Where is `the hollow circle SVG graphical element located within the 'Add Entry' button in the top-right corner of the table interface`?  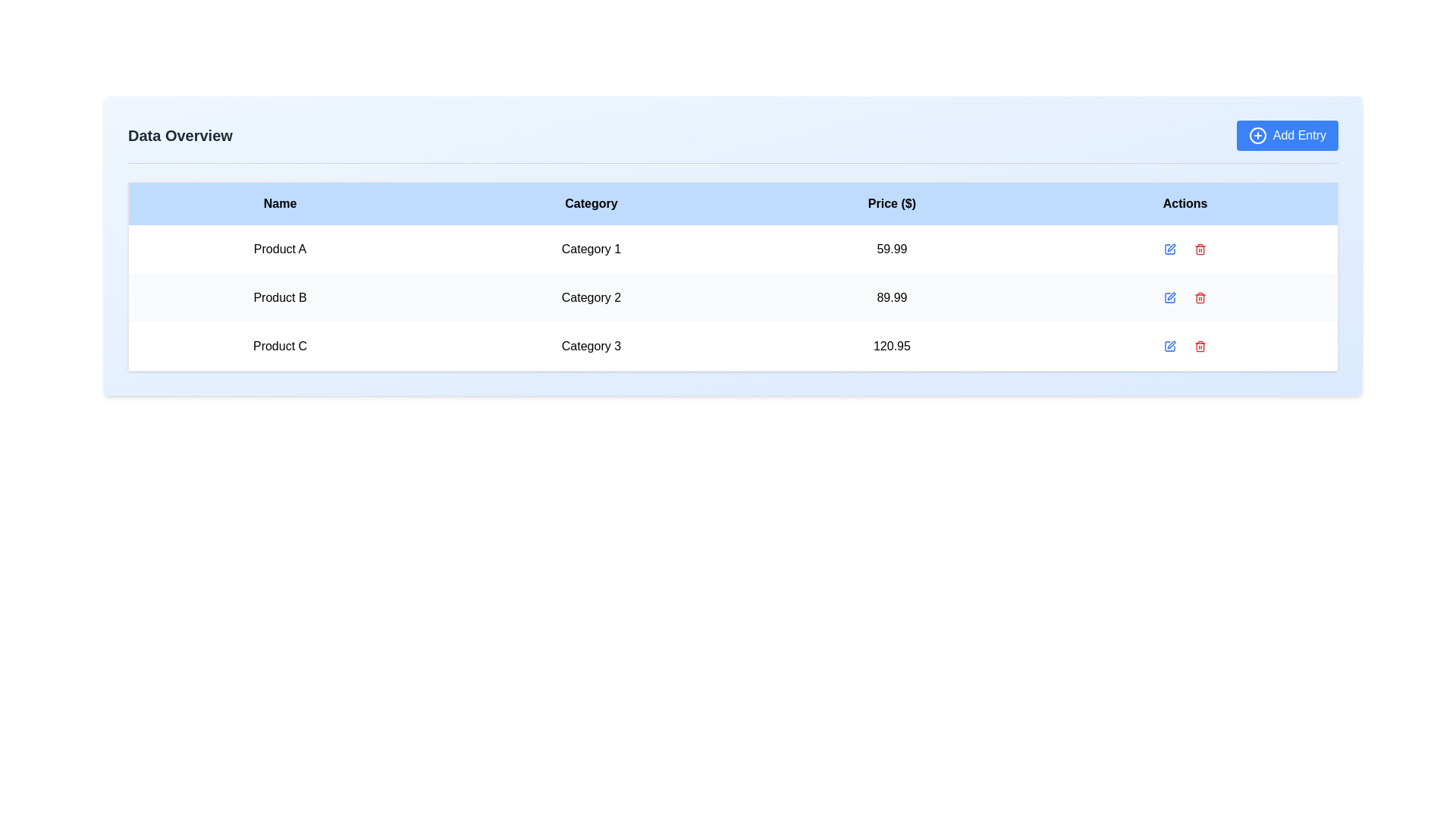 the hollow circle SVG graphical element located within the 'Add Entry' button in the top-right corner of the table interface is located at coordinates (1257, 134).